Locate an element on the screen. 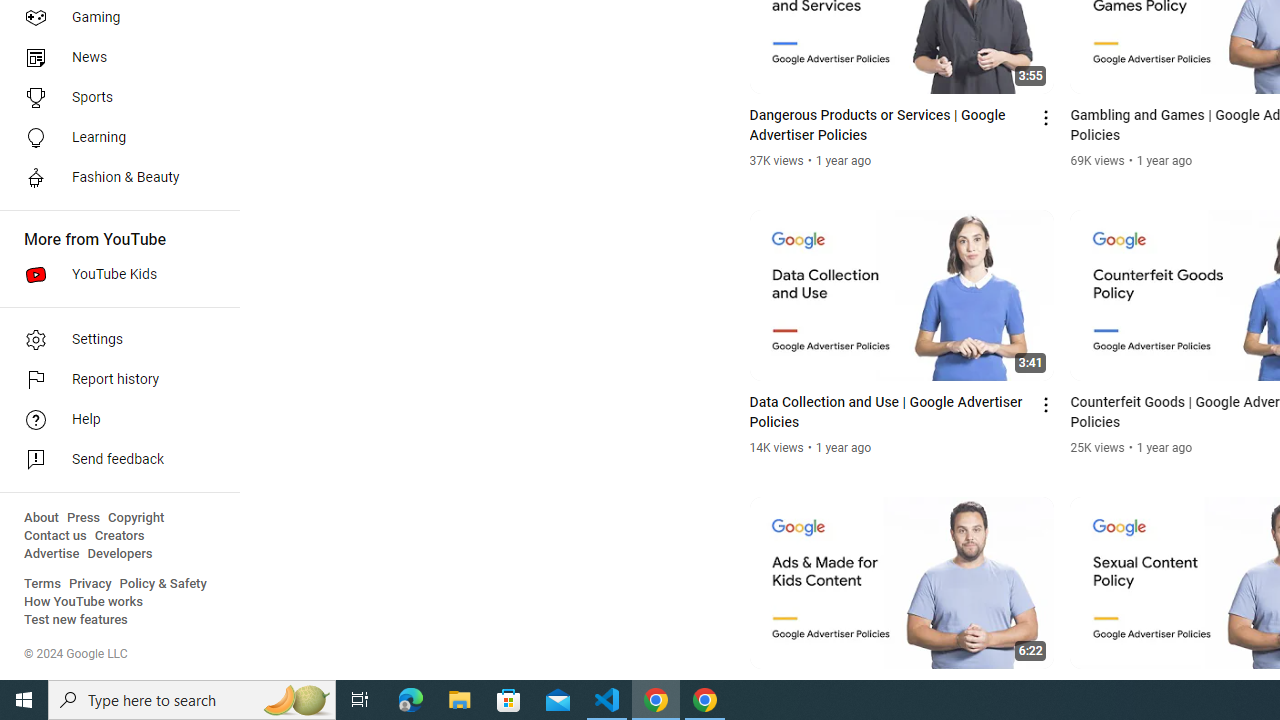 This screenshot has width=1280, height=720. 'About' is located at coordinates (41, 517).